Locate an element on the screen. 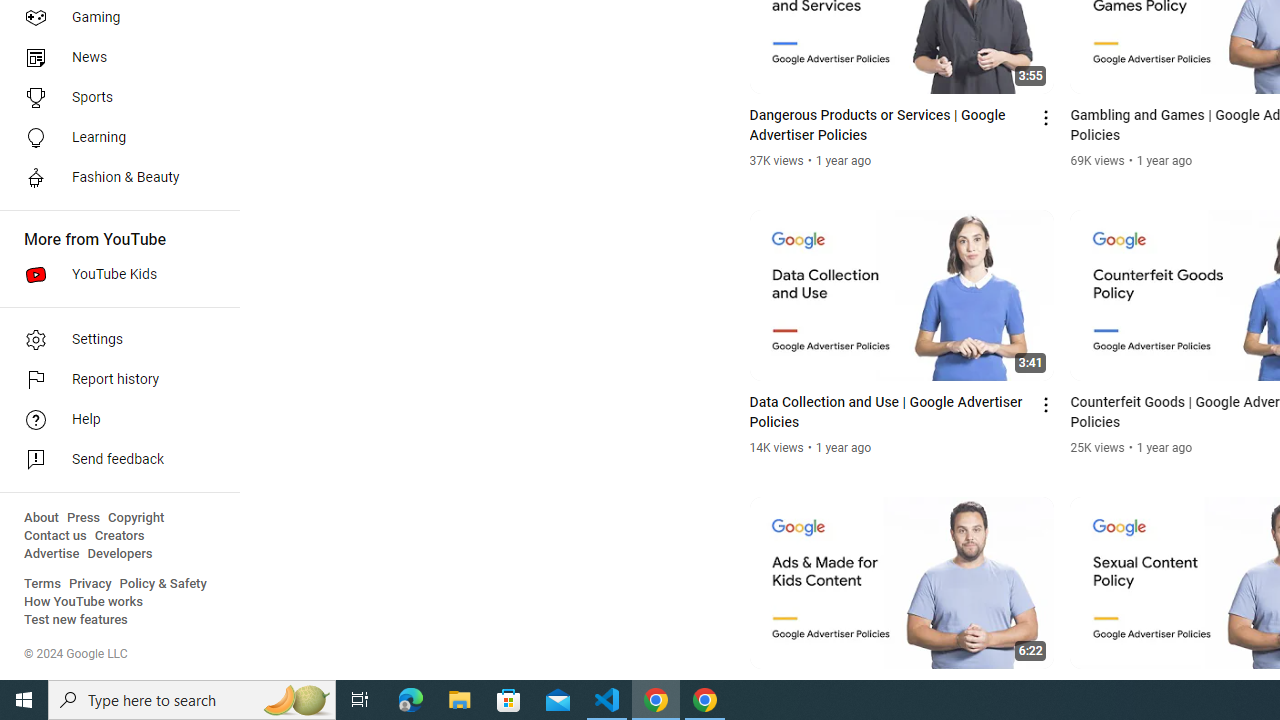 This screenshot has width=1280, height=720. 'About' is located at coordinates (41, 517).